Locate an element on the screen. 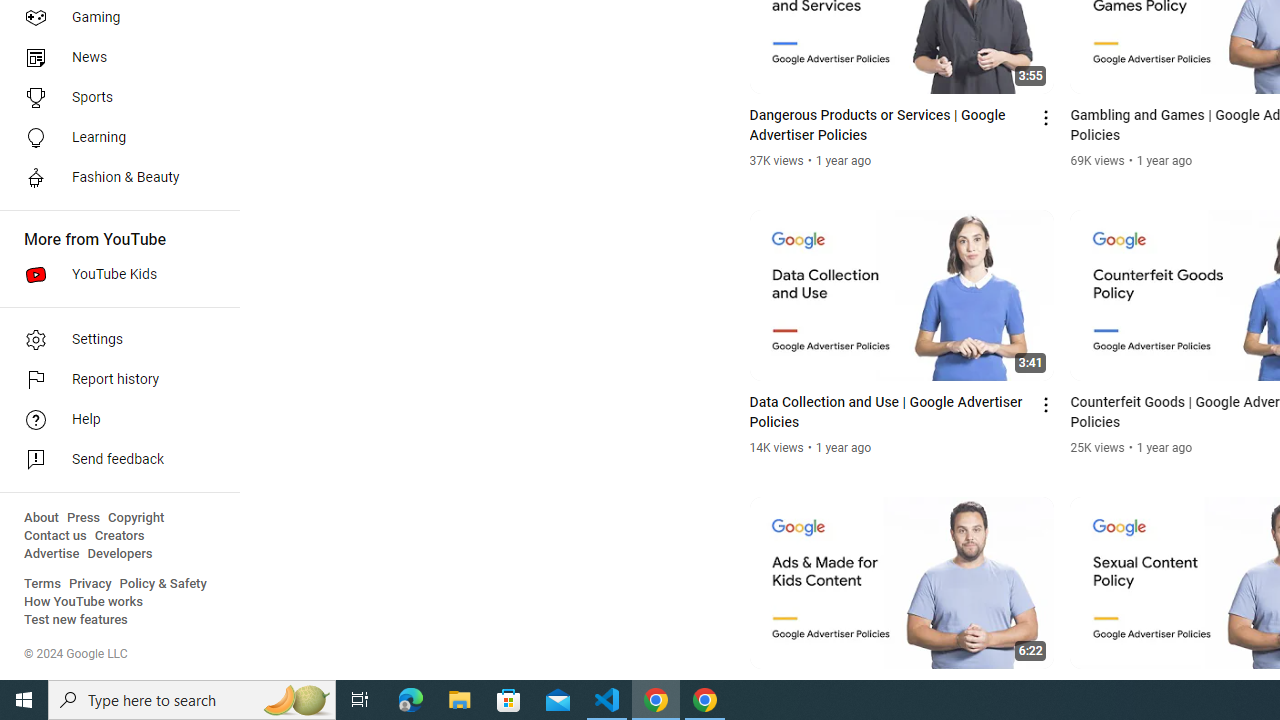 This screenshot has width=1280, height=720. 'About' is located at coordinates (41, 517).